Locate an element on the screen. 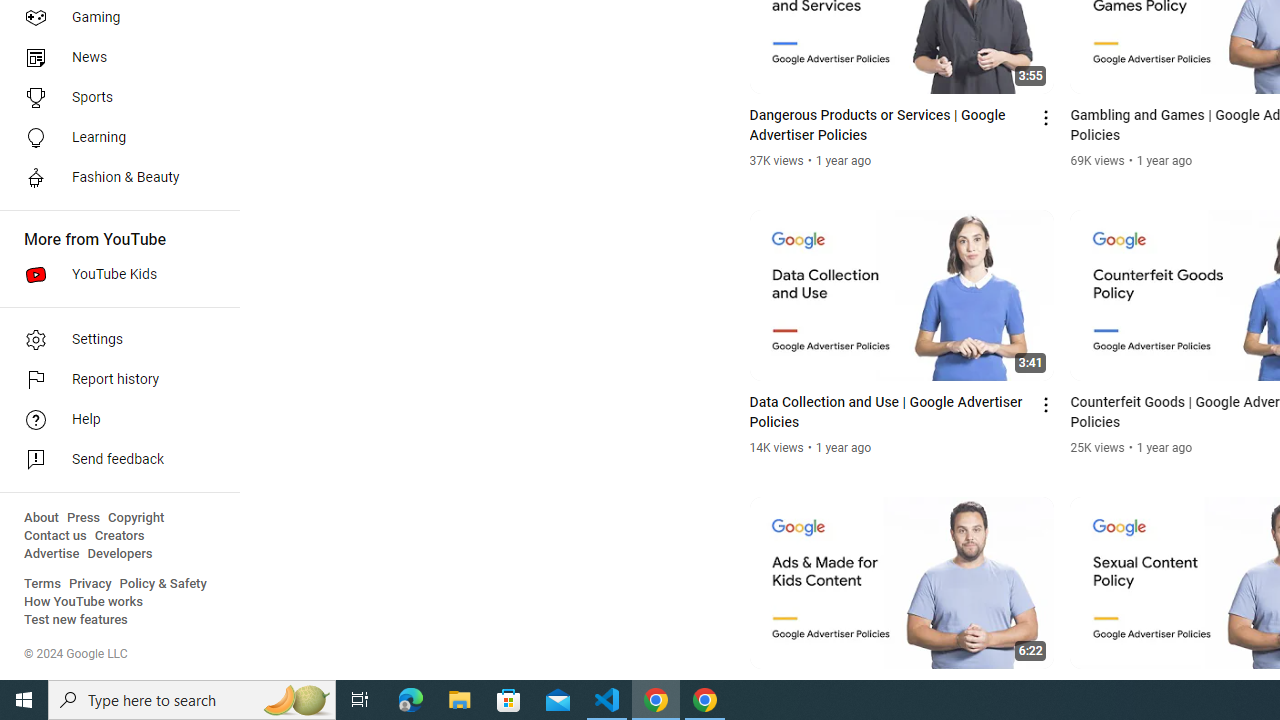 This screenshot has width=1280, height=720. 'About' is located at coordinates (41, 517).